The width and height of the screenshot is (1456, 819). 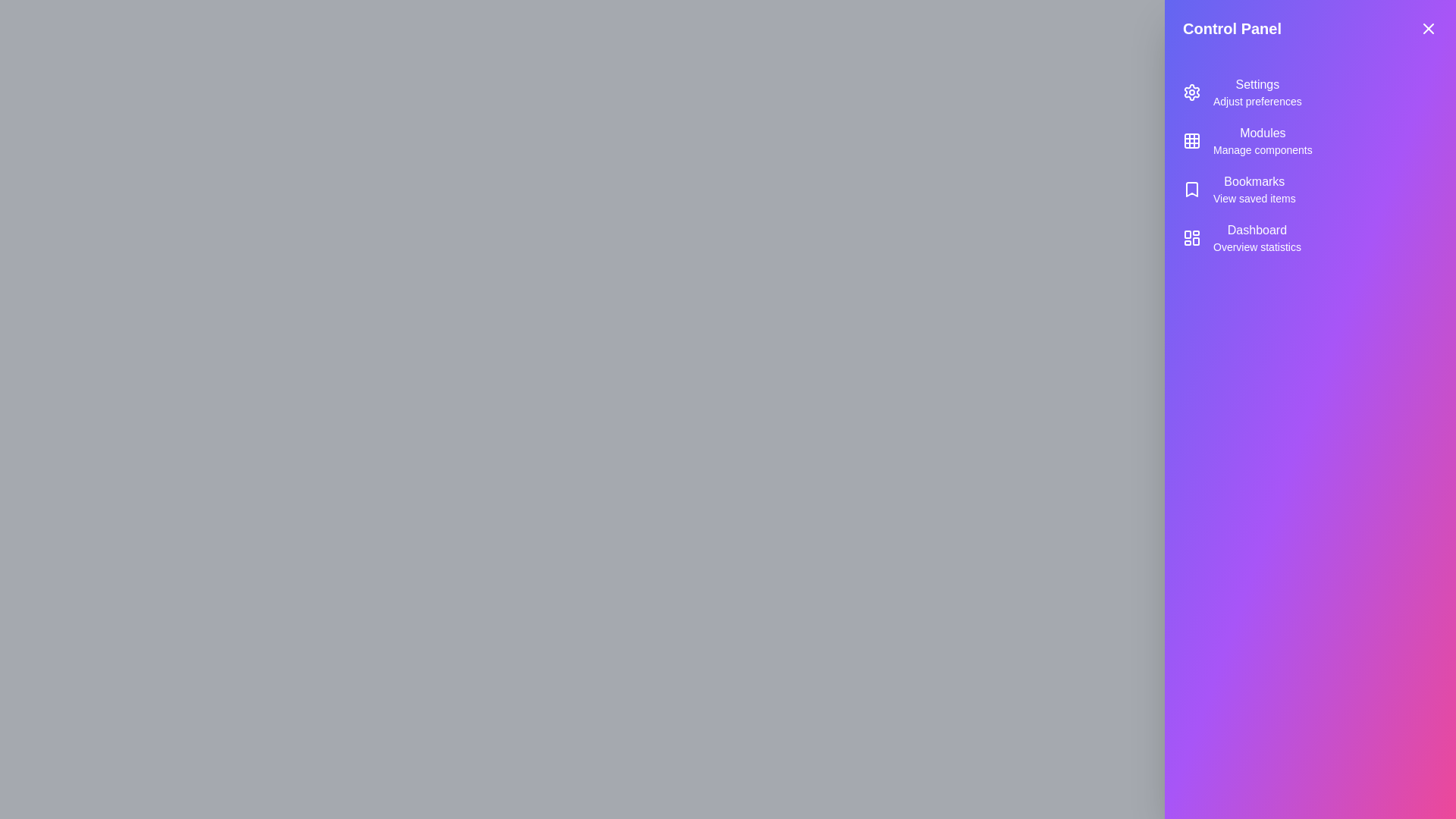 What do you see at coordinates (1310, 140) in the screenshot?
I see `the Menu Option located second from the top in the vertical menu list` at bounding box center [1310, 140].